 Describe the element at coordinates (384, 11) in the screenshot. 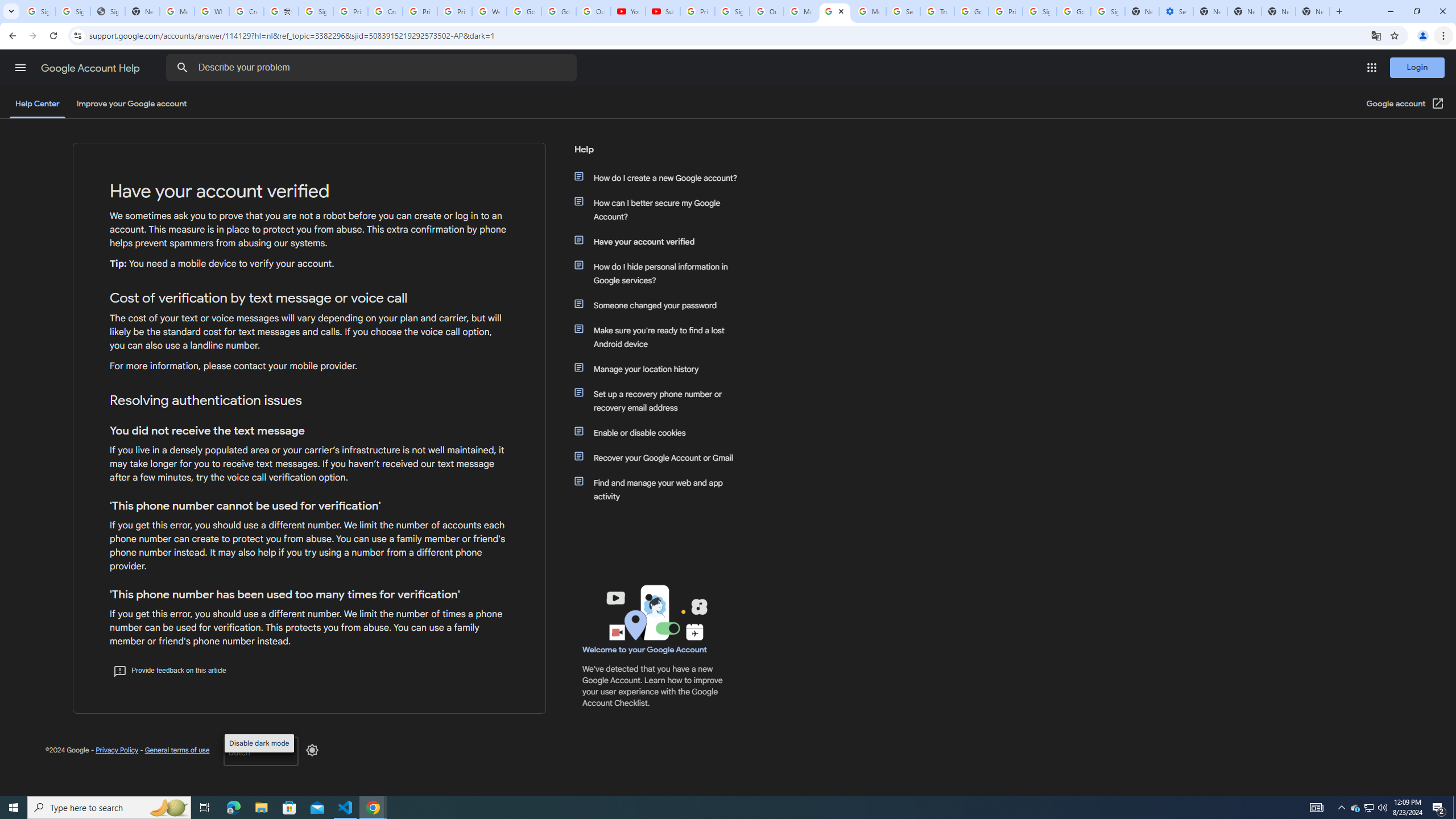

I see `'Create your Google Account'` at that location.